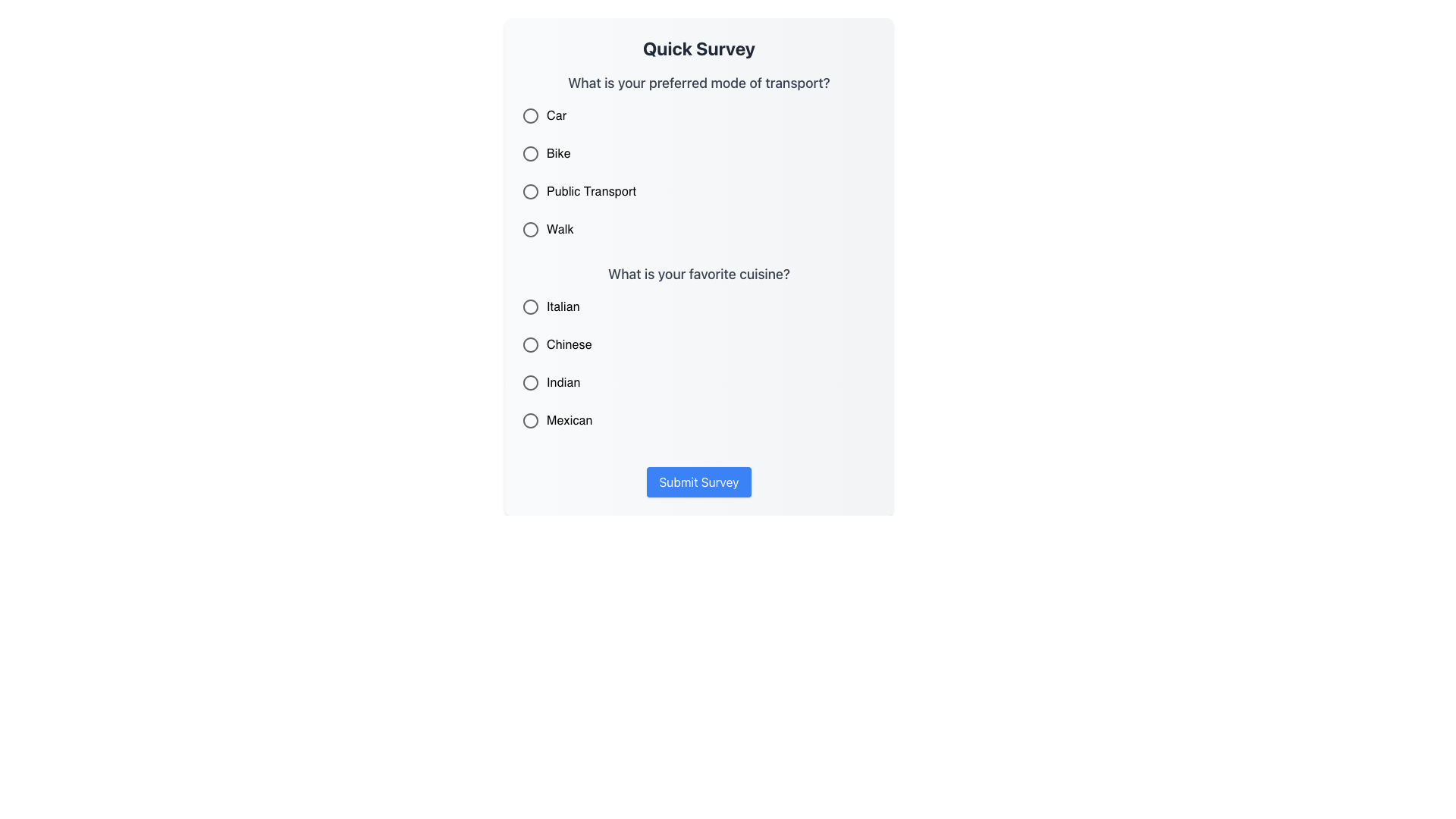 The width and height of the screenshot is (1456, 819). What do you see at coordinates (688, 191) in the screenshot?
I see `the radio button labeled 'Public Transport'` at bounding box center [688, 191].